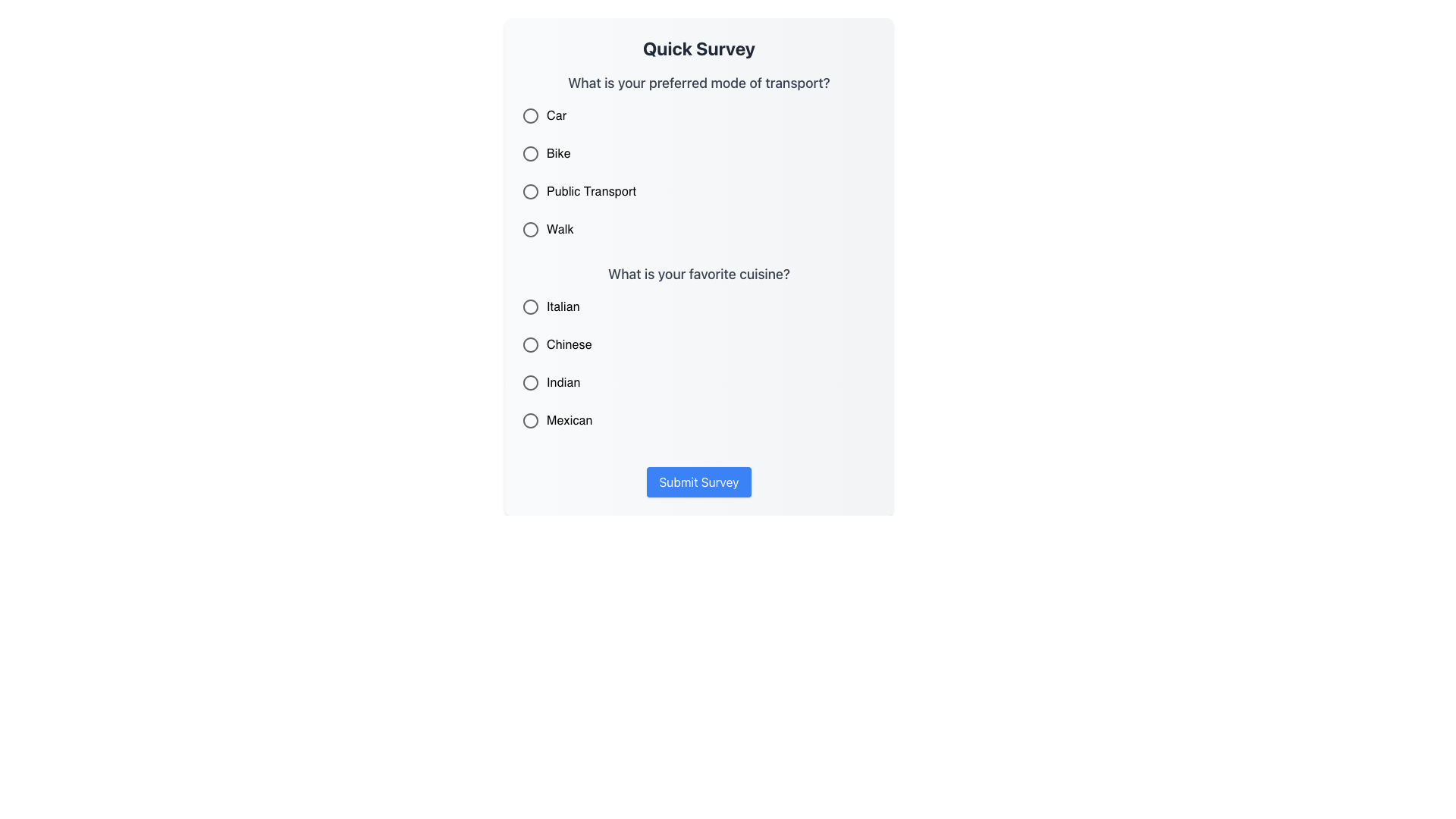 The width and height of the screenshot is (1456, 819). What do you see at coordinates (688, 191) in the screenshot?
I see `the radio button labeled 'Public Transport'` at bounding box center [688, 191].